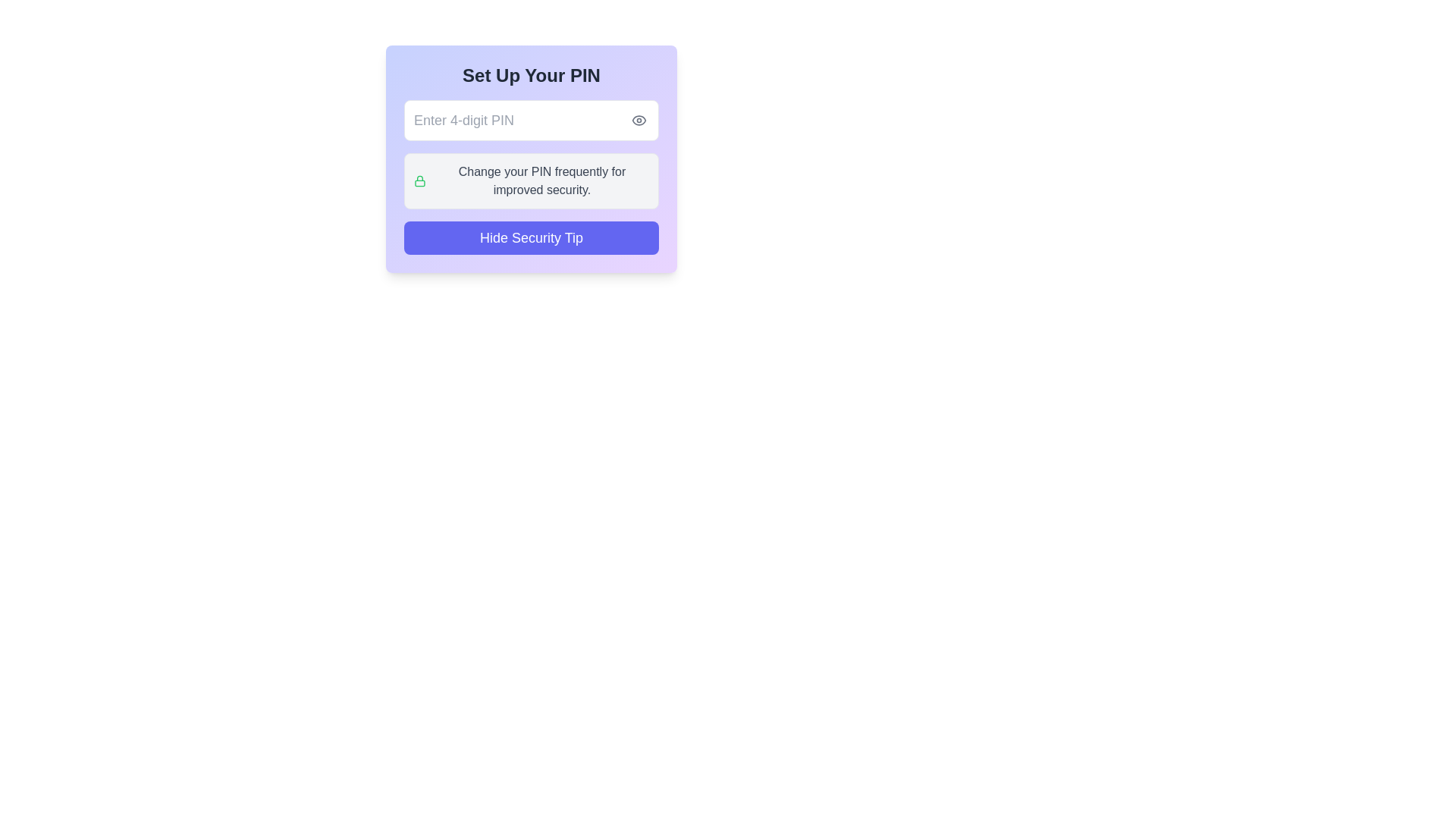 Image resolution: width=1456 pixels, height=819 pixels. Describe the element at coordinates (531, 180) in the screenshot. I see `the informative message box that provides a security tip about changing the PIN regularly, located below the 'Enter 4-digit PIN' input field and above the 'Hide Security Tip' button` at that location.